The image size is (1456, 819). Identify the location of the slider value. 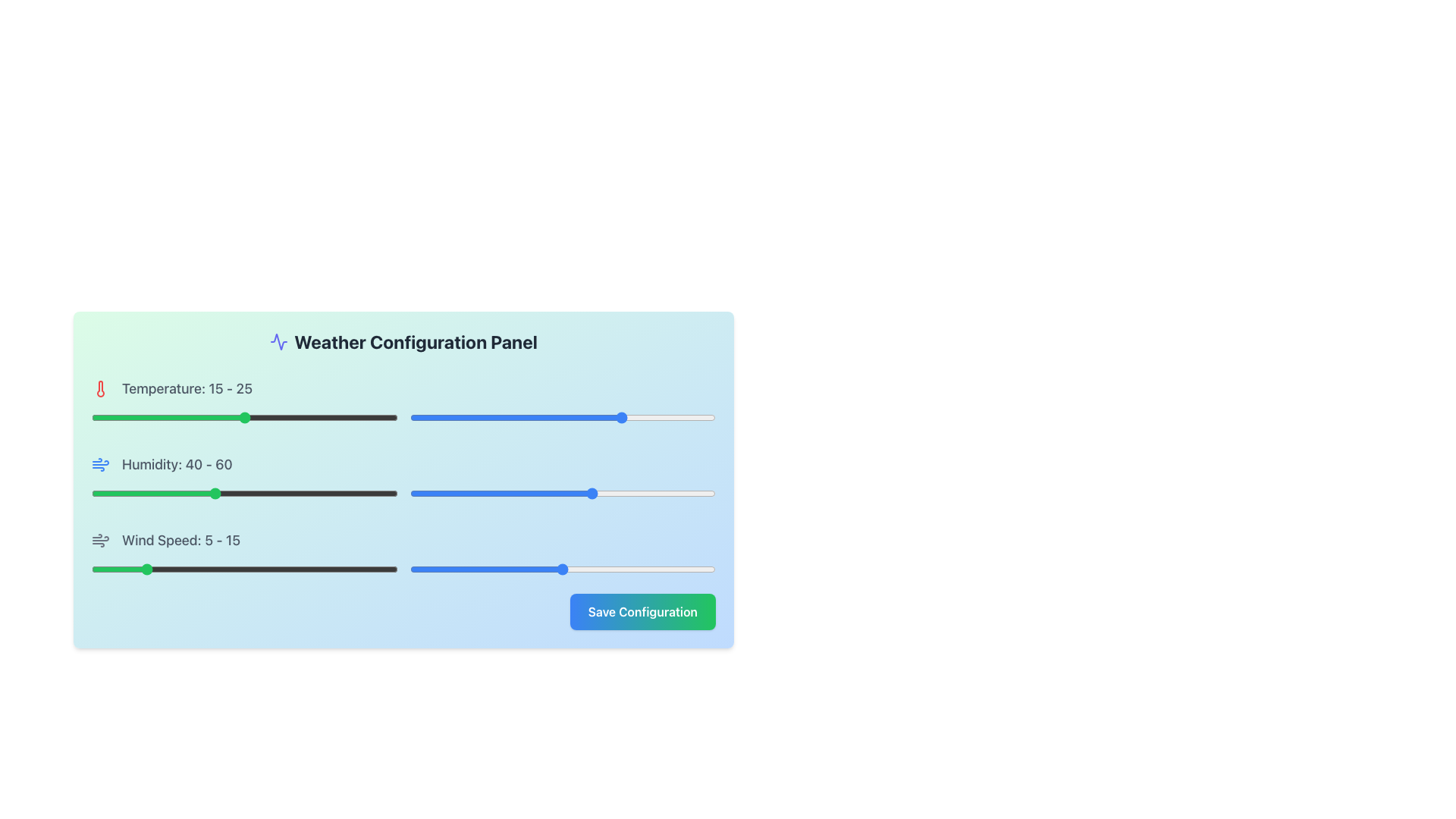
(480, 570).